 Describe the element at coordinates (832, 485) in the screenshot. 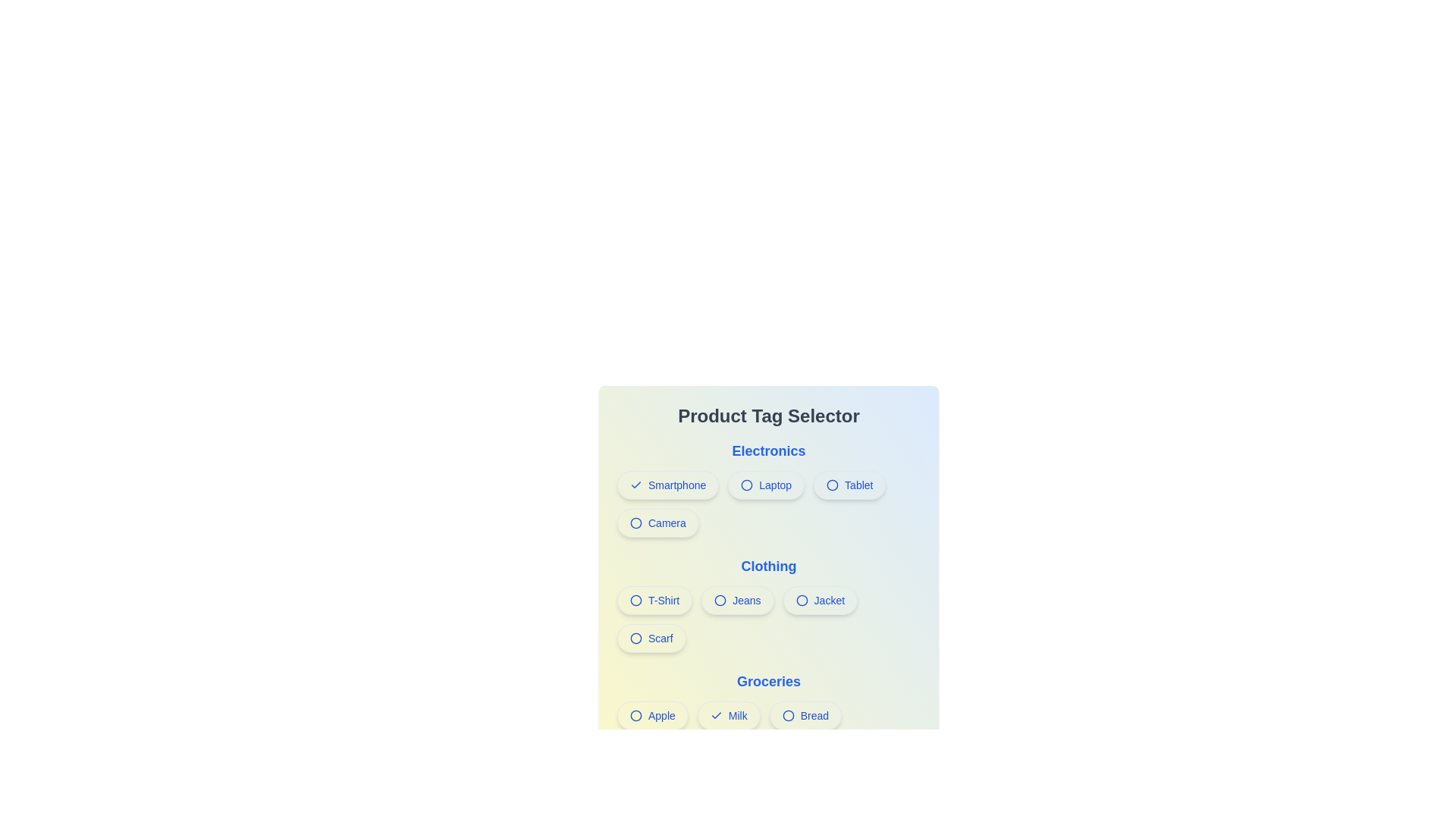

I see `the circular radio button for the 'Tablet' option in the 'Electronics' section` at that location.